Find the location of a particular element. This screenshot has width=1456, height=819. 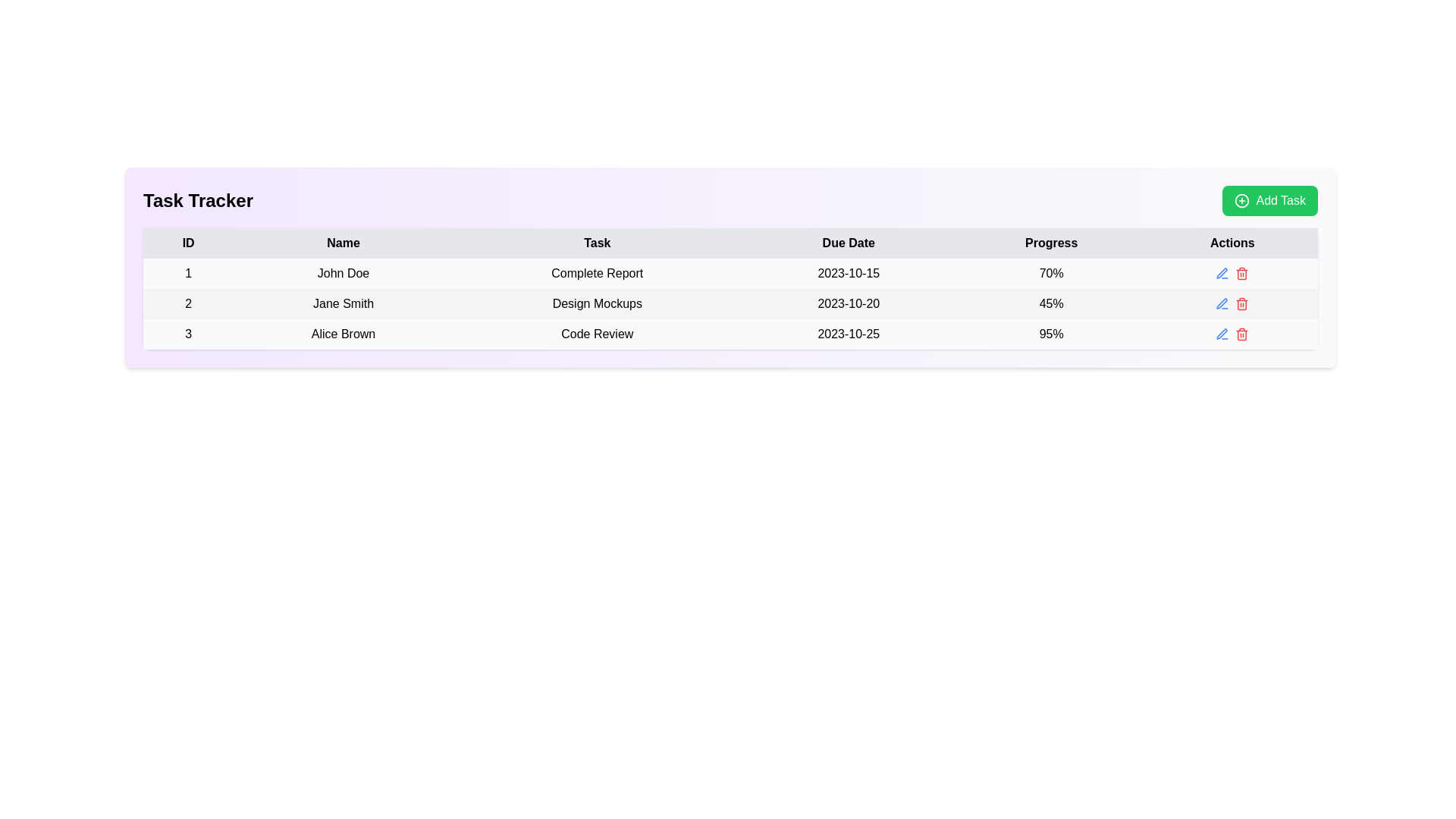

the static text label displaying 'ID', which is the first element in the header row above the data table, with a light gray background and bold modern font is located at coordinates (187, 242).